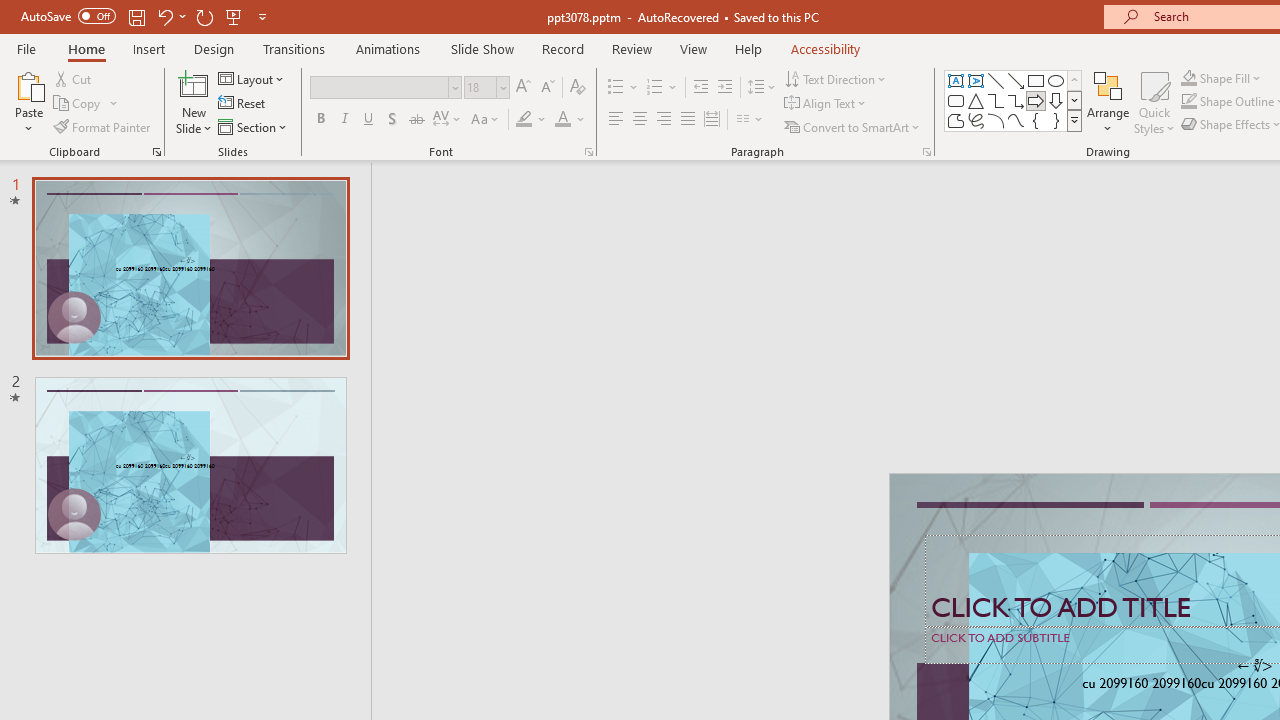 Image resolution: width=1280 pixels, height=720 pixels. What do you see at coordinates (1189, 101) in the screenshot?
I see `'Shape Outline Green, Accent 1'` at bounding box center [1189, 101].